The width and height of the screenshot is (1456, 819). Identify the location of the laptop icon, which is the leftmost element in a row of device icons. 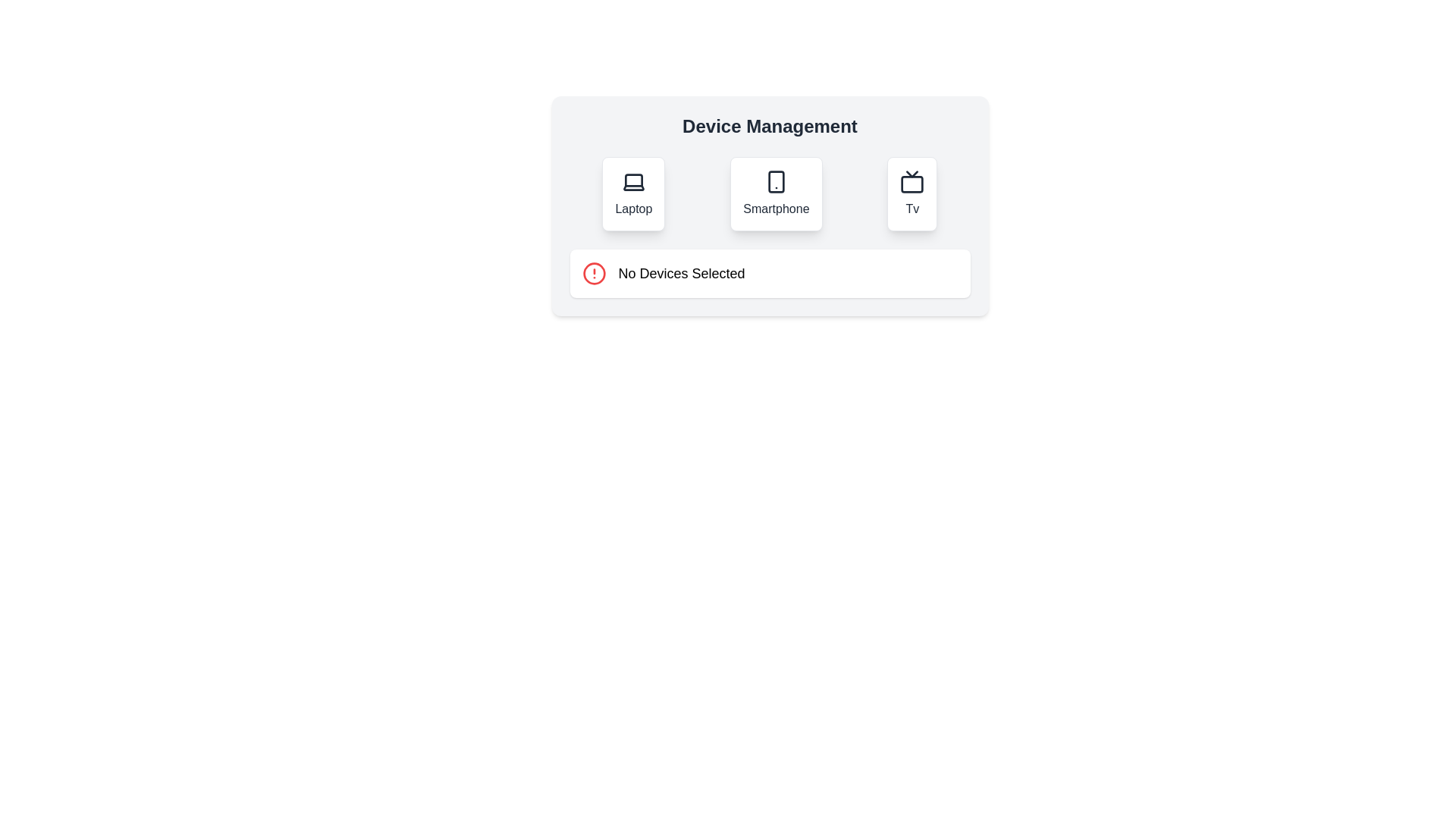
(633, 181).